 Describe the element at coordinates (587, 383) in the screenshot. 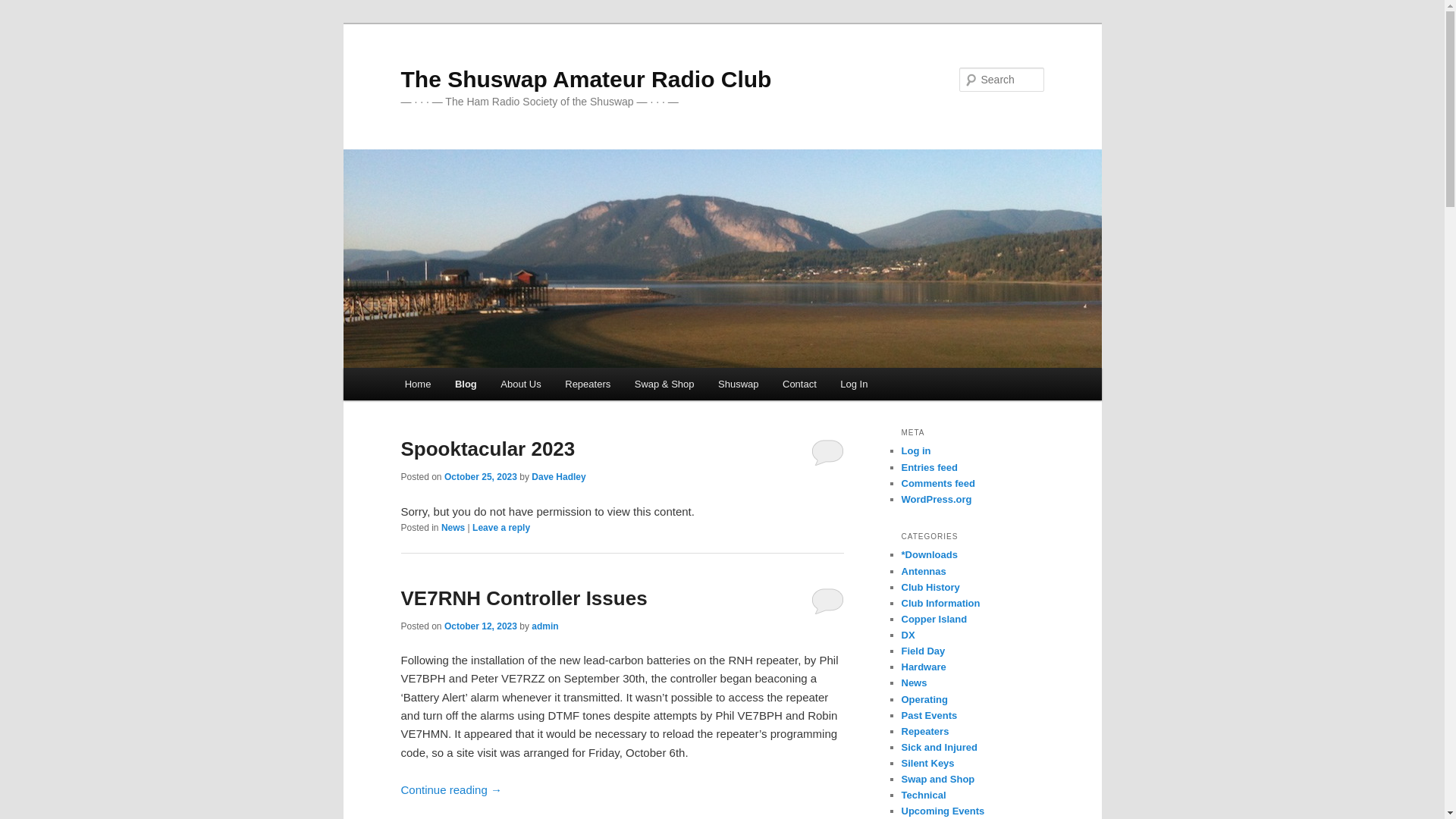

I see `'Repeaters'` at that location.